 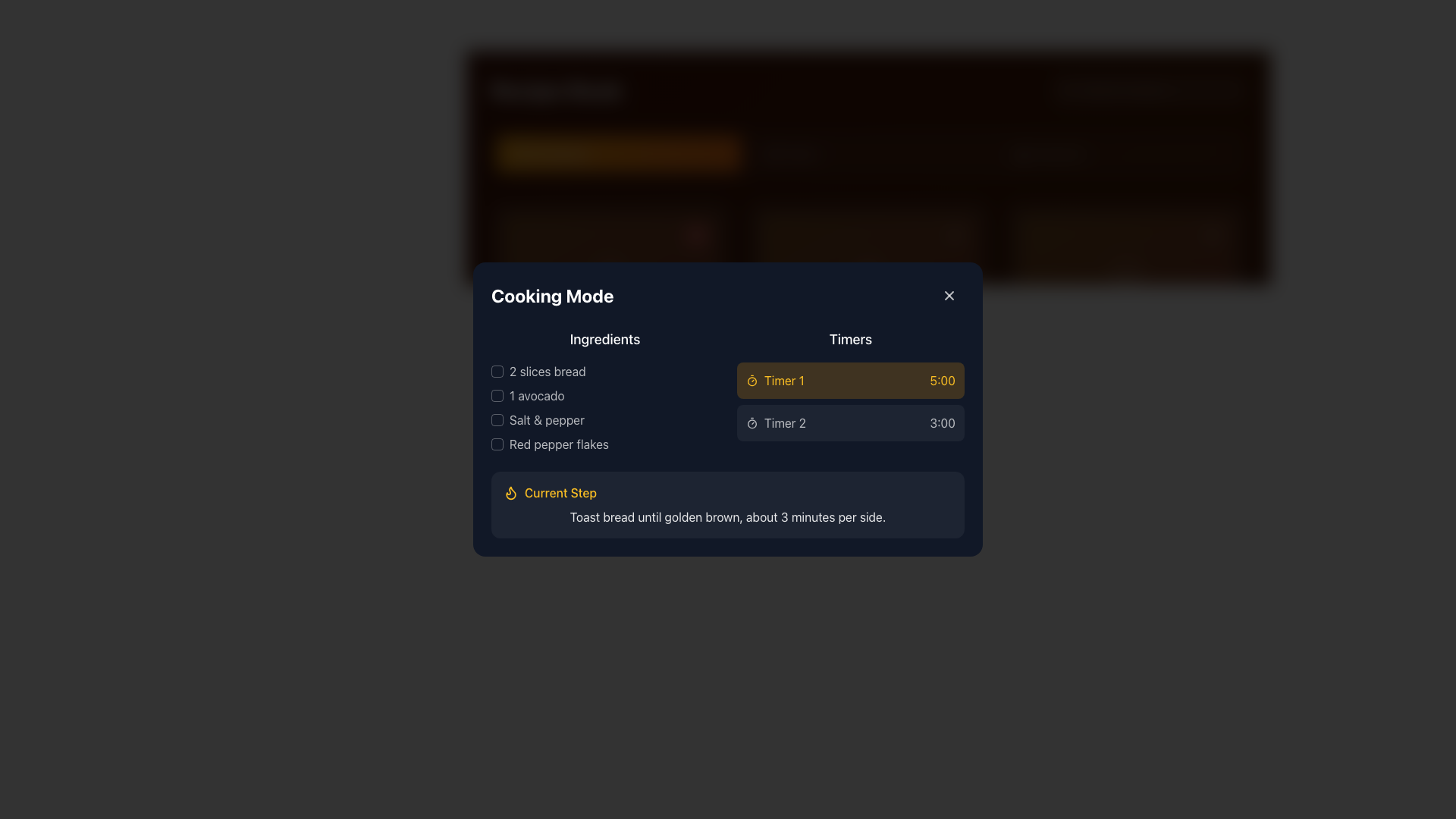 I want to click on the checkbox for 'Salt & pepper', so click(x=497, y=420).